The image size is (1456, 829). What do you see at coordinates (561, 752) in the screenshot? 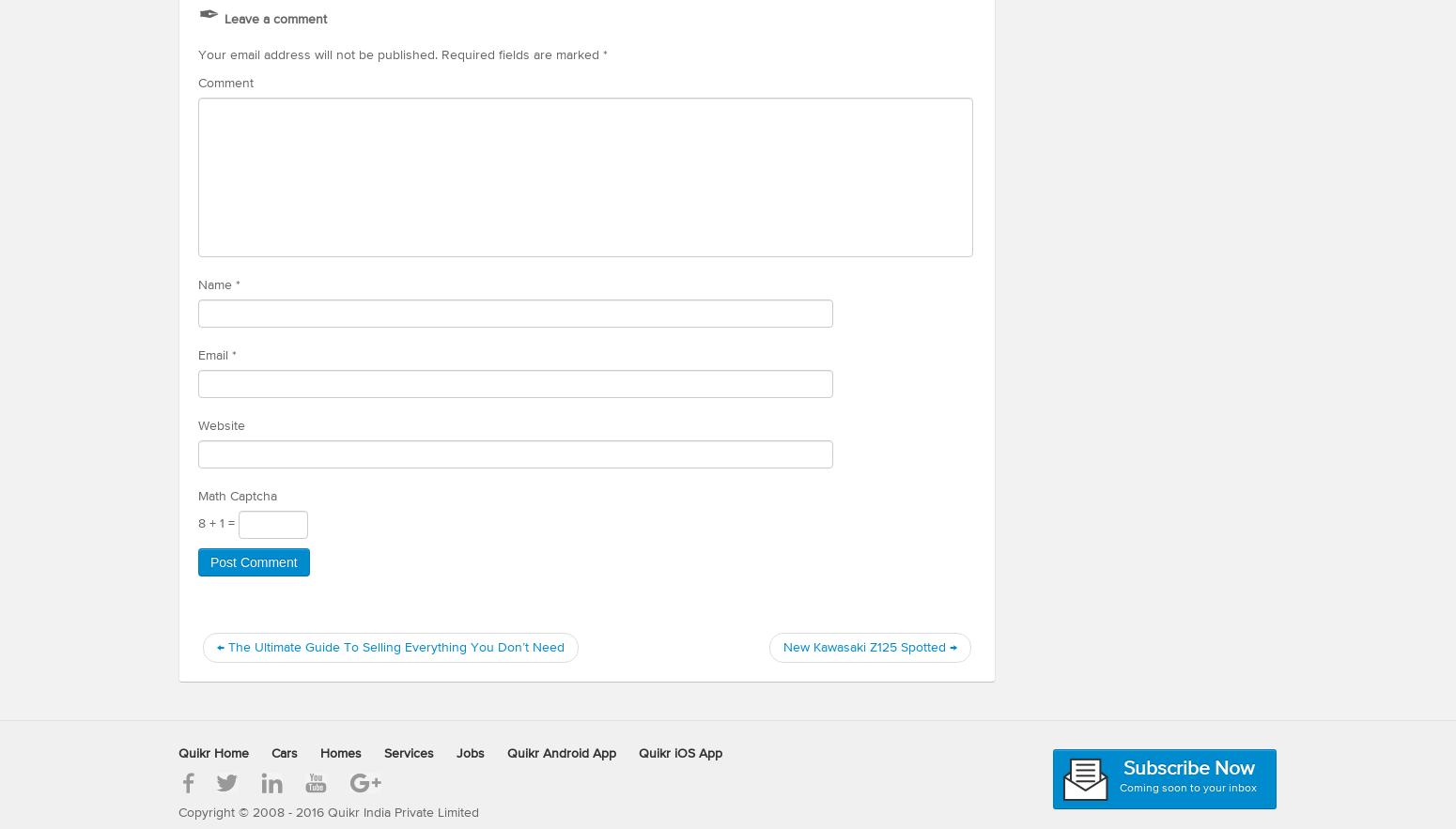
I see `'Quikr Android App'` at bounding box center [561, 752].